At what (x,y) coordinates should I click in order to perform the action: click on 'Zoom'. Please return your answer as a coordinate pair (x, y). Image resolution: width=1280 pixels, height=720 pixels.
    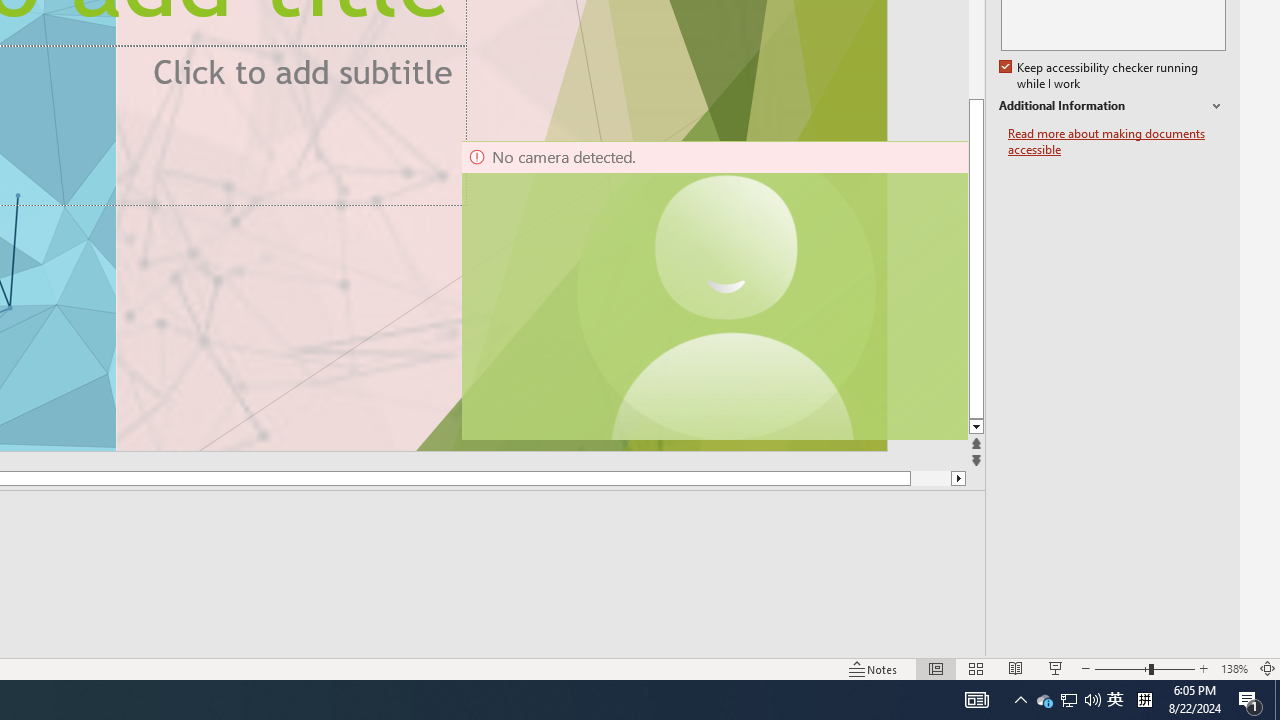
    Looking at the image, I should click on (1144, 669).